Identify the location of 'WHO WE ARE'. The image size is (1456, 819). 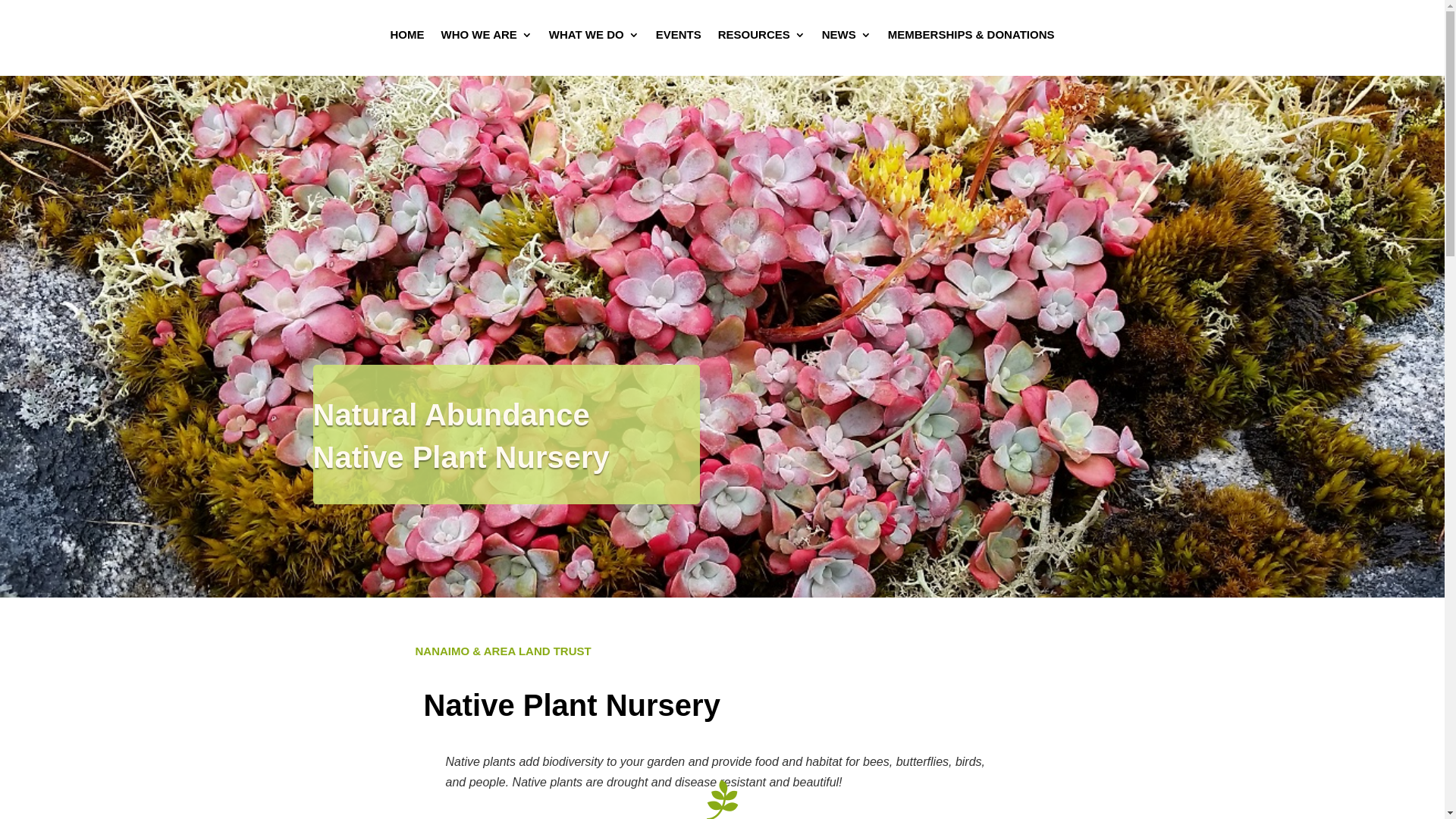
(440, 37).